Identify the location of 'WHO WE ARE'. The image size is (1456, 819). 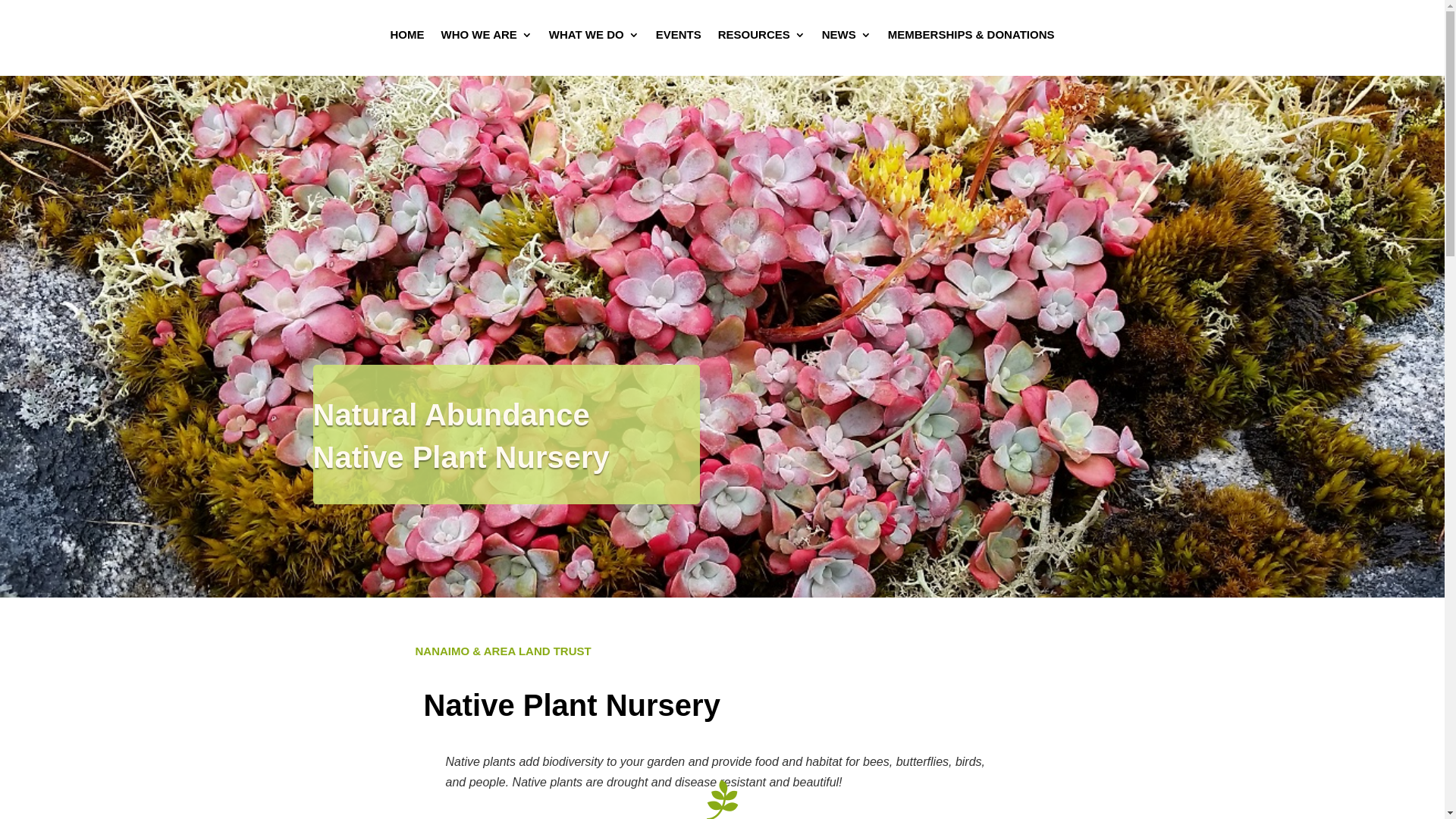
(440, 37).